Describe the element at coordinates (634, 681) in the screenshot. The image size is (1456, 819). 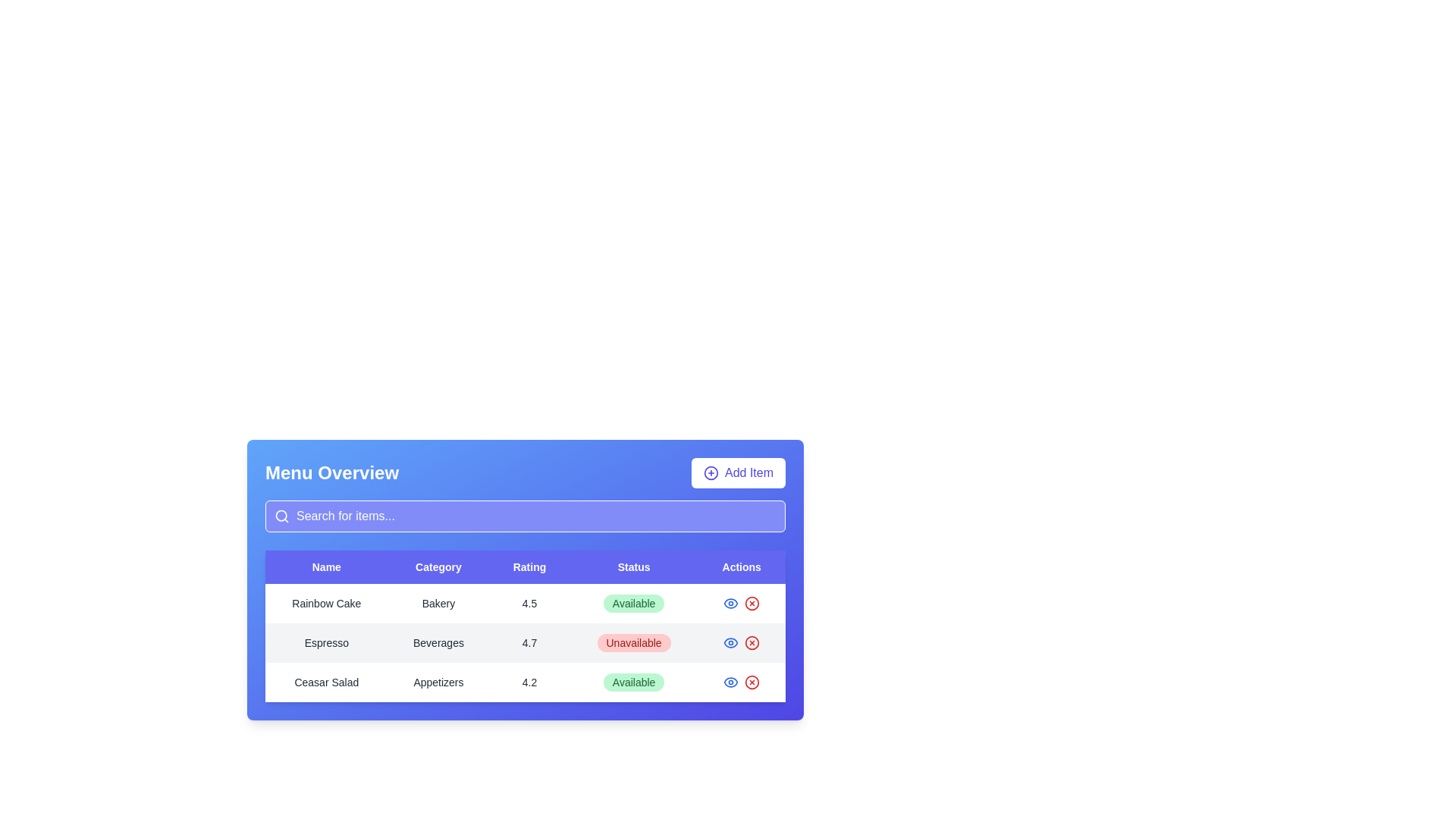
I see `the pill-shaped label with a light green background and darker green text that reads 'Available', located in the 'Status' column of the 'Menu Overview' card corresponding to 'Ceasar Salad'` at that location.